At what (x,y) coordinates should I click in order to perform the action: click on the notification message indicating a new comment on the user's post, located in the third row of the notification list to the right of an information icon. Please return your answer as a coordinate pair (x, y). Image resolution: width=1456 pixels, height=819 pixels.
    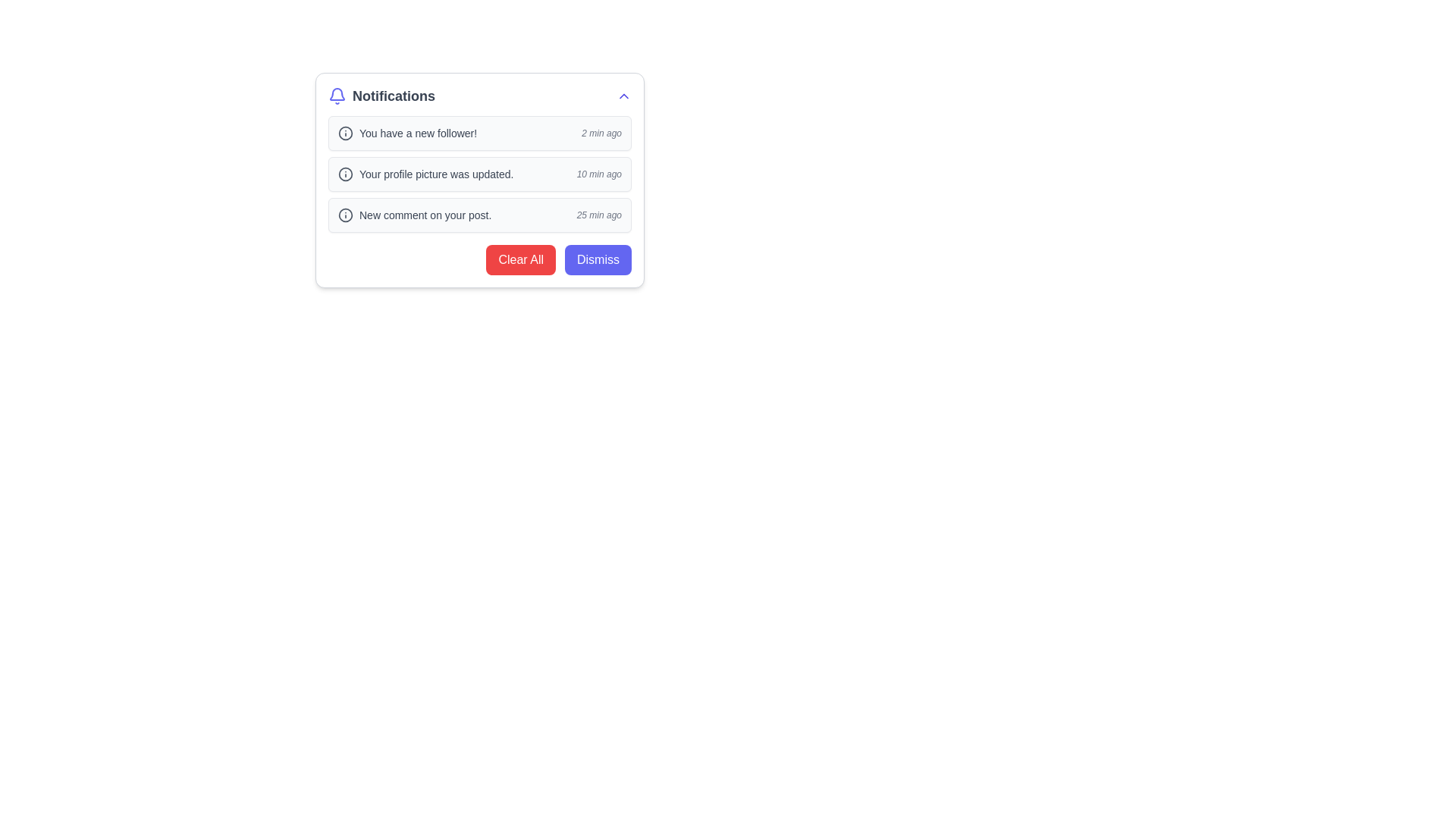
    Looking at the image, I should click on (425, 215).